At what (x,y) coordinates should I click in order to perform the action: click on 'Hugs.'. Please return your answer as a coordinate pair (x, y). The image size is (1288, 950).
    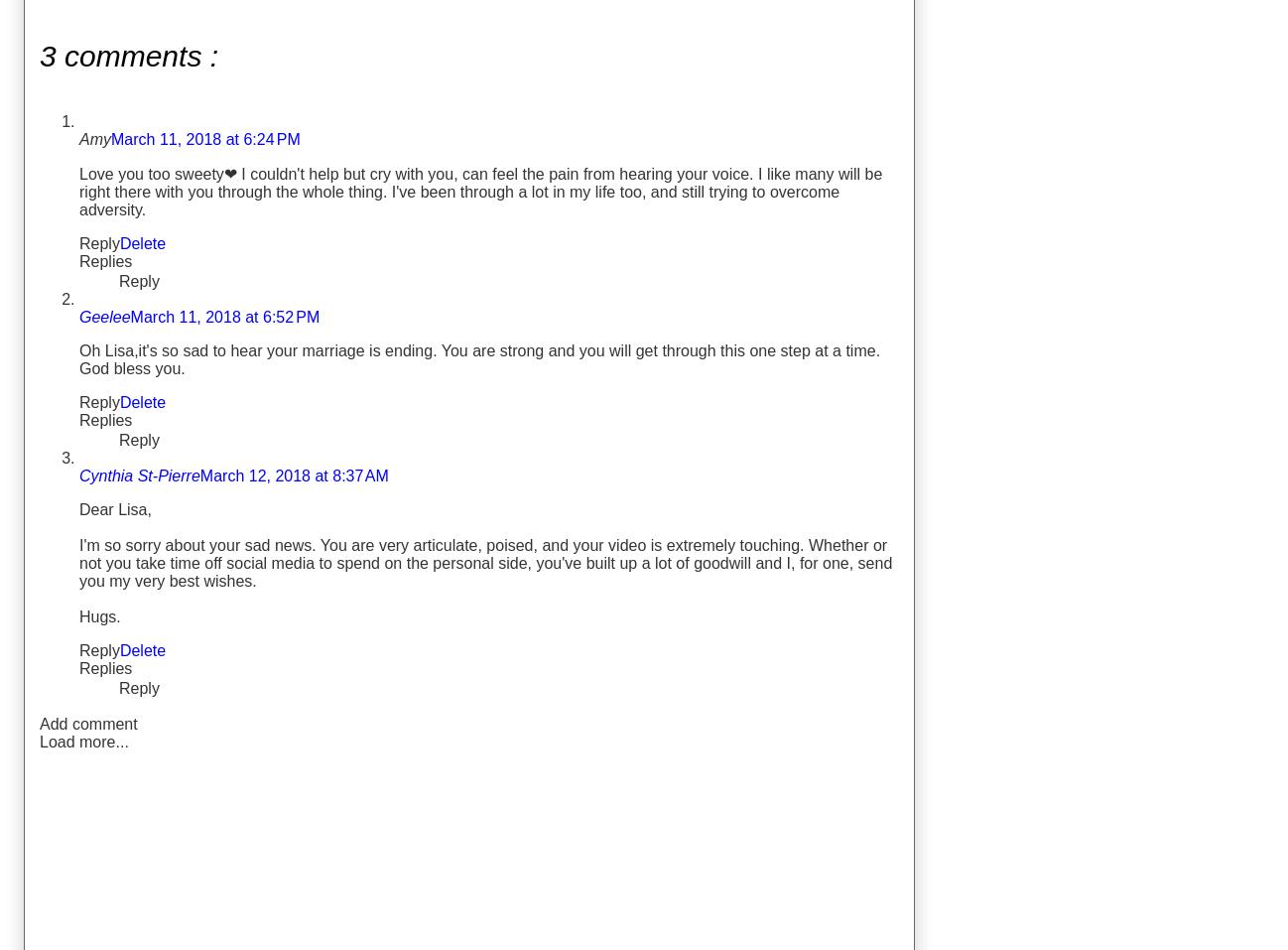
    Looking at the image, I should click on (99, 614).